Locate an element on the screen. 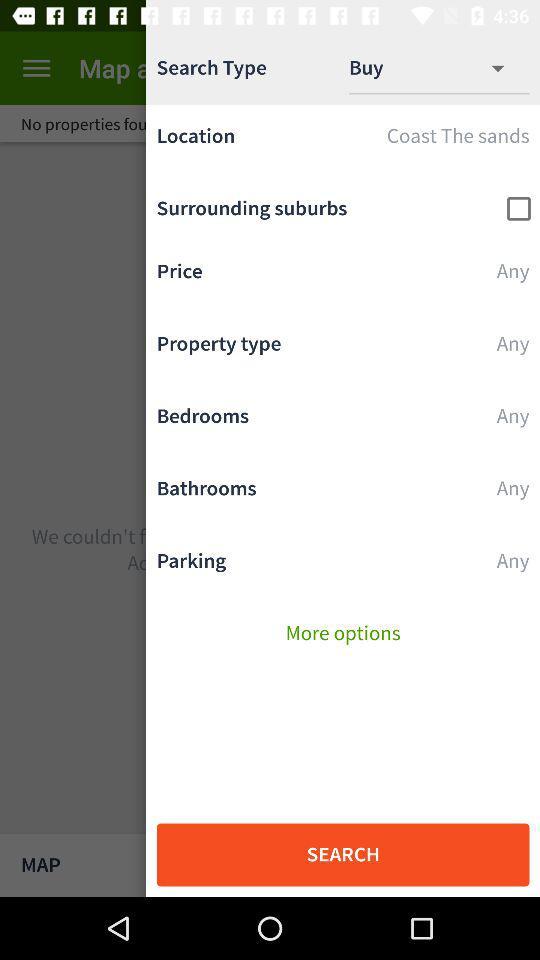 The height and width of the screenshot is (960, 540). parking is located at coordinates (342, 566).